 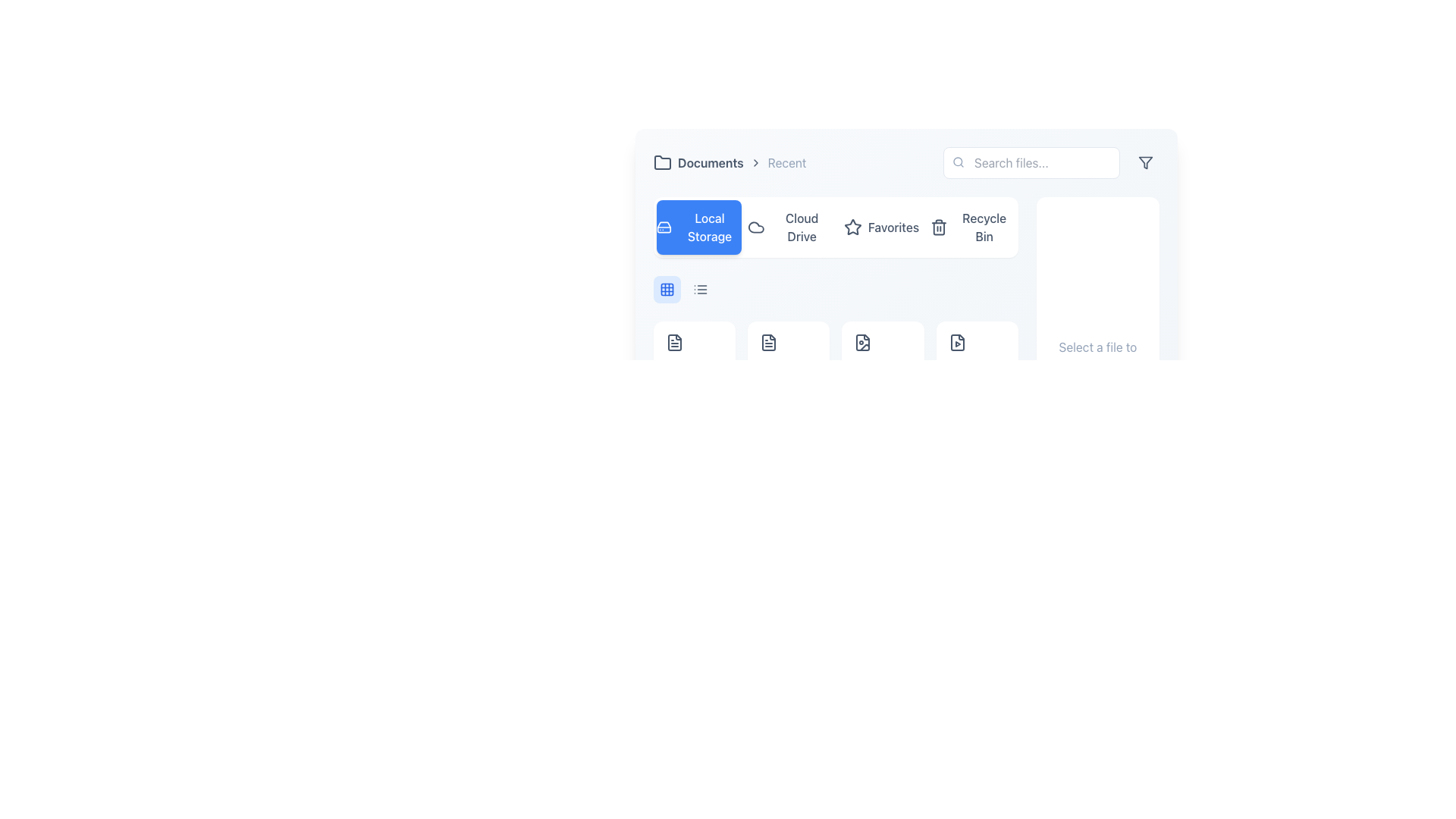 I want to click on the instructional text label that says 'Select a file, so click(x=1097, y=356).